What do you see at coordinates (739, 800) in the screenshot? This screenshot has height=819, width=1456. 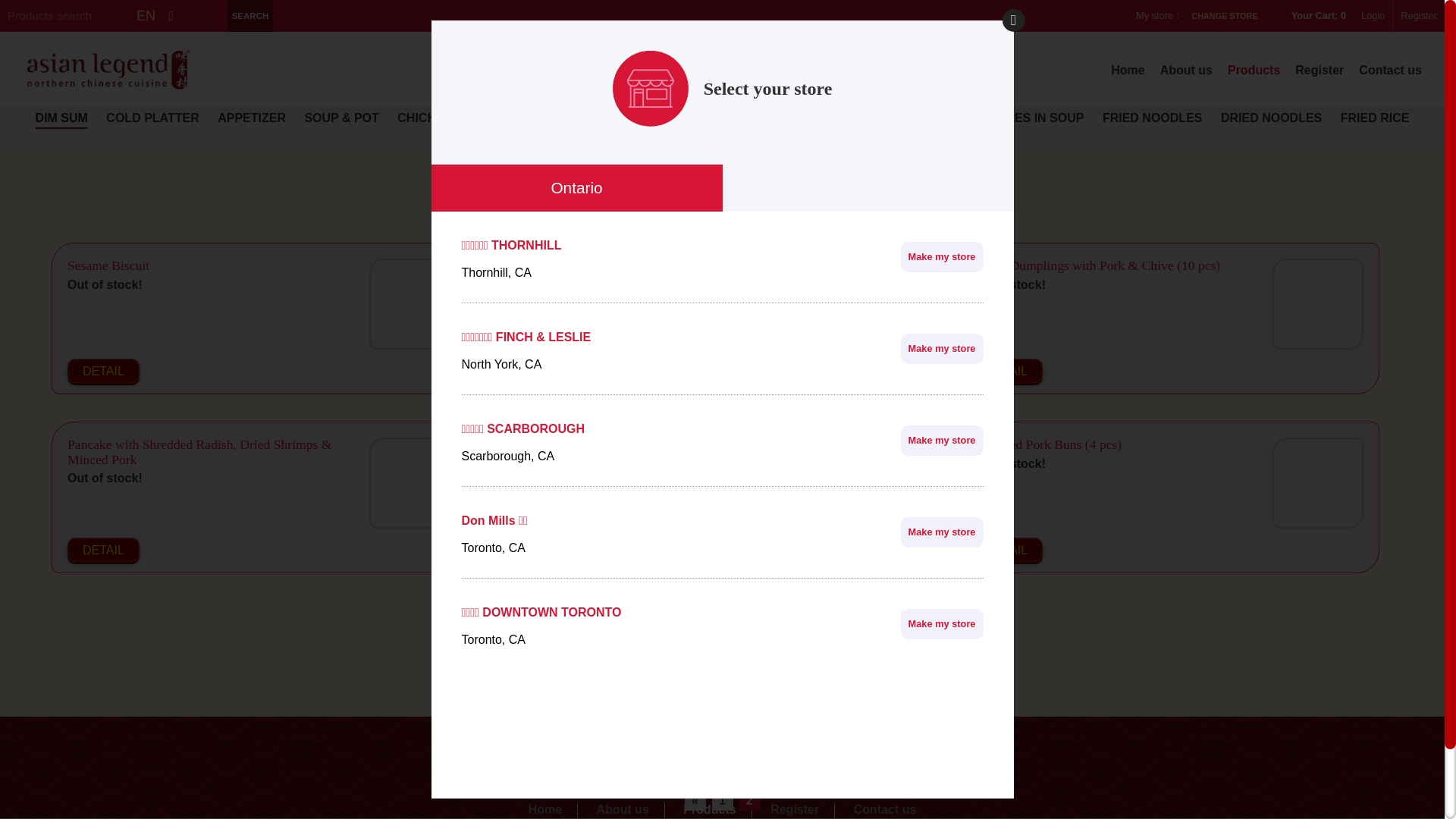 I see `'2'` at bounding box center [739, 800].